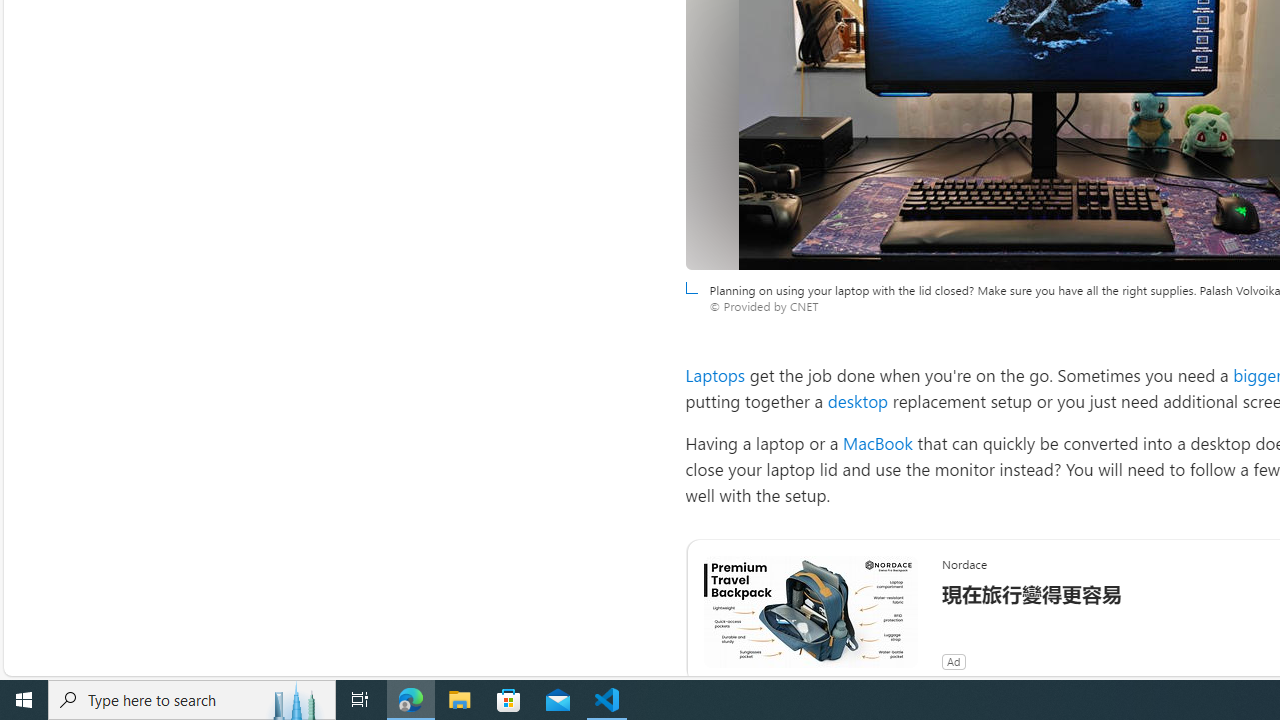 The width and height of the screenshot is (1280, 720). What do you see at coordinates (715, 375) in the screenshot?
I see `'Laptops'` at bounding box center [715, 375].